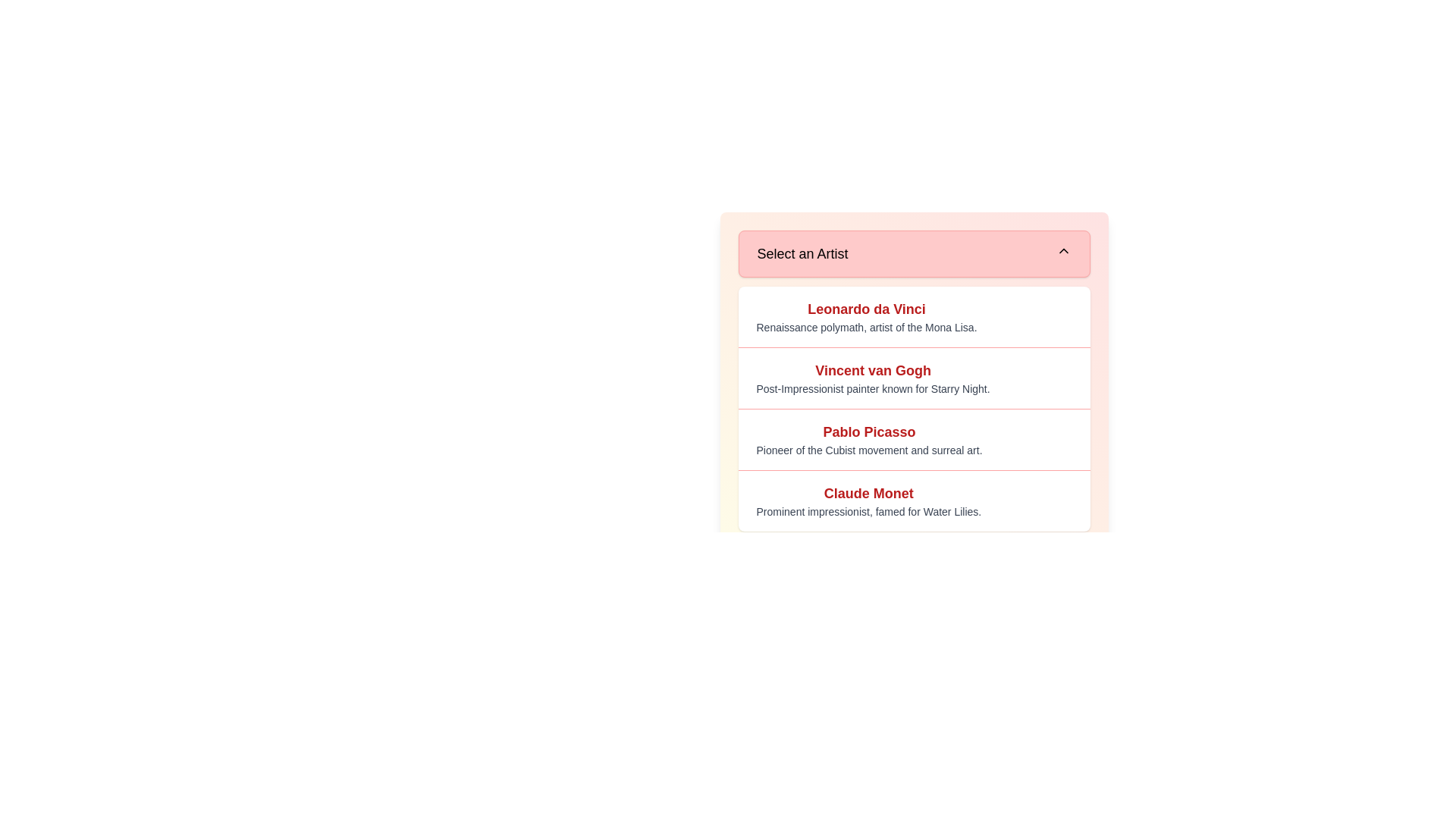 This screenshot has height=819, width=1456. I want to click on an artist option from the dropdown menu titled 'Select an Artist', located in the center-right region of the interface, so click(913, 380).